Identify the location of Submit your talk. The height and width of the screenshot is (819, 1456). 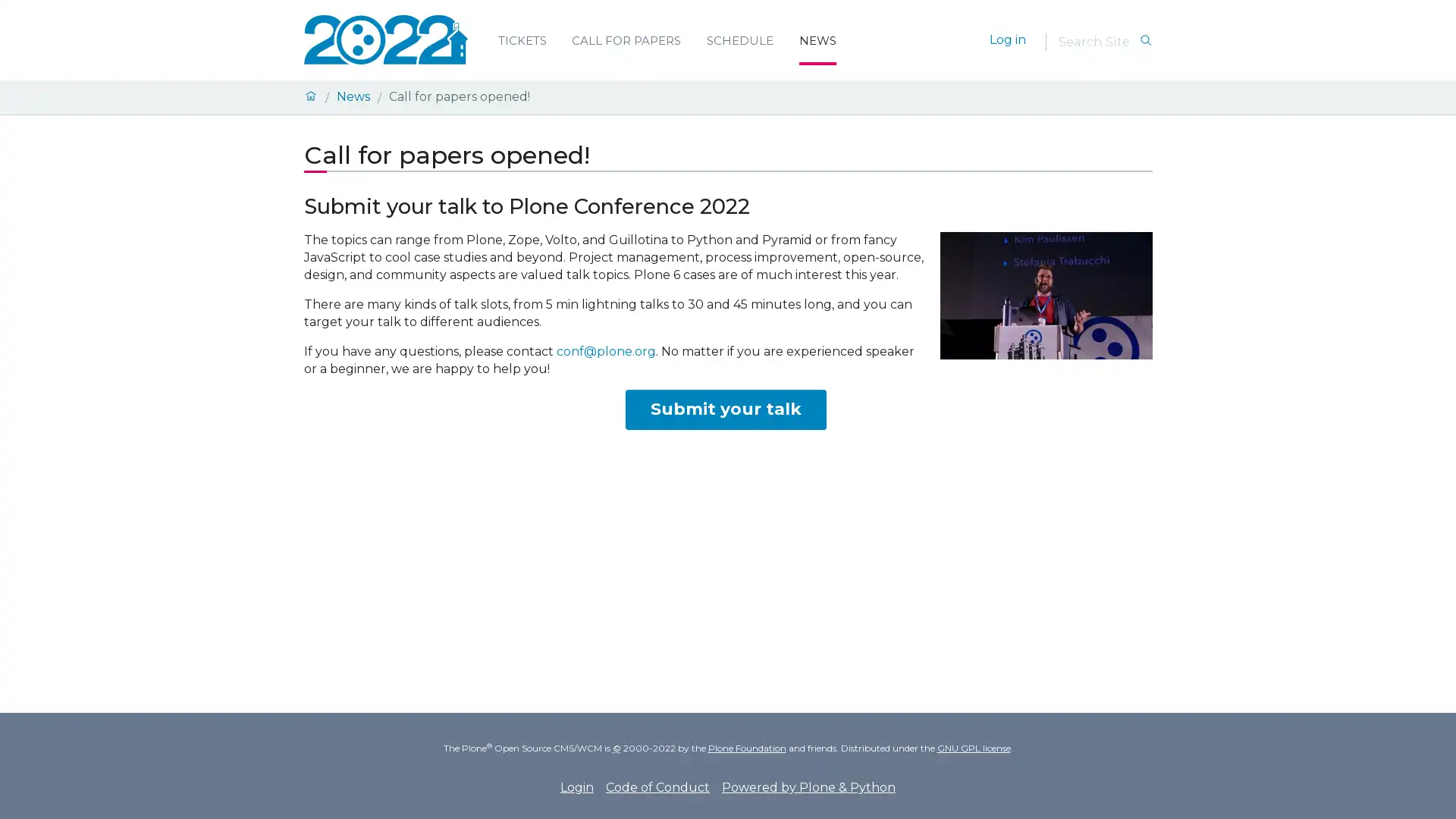
(724, 409).